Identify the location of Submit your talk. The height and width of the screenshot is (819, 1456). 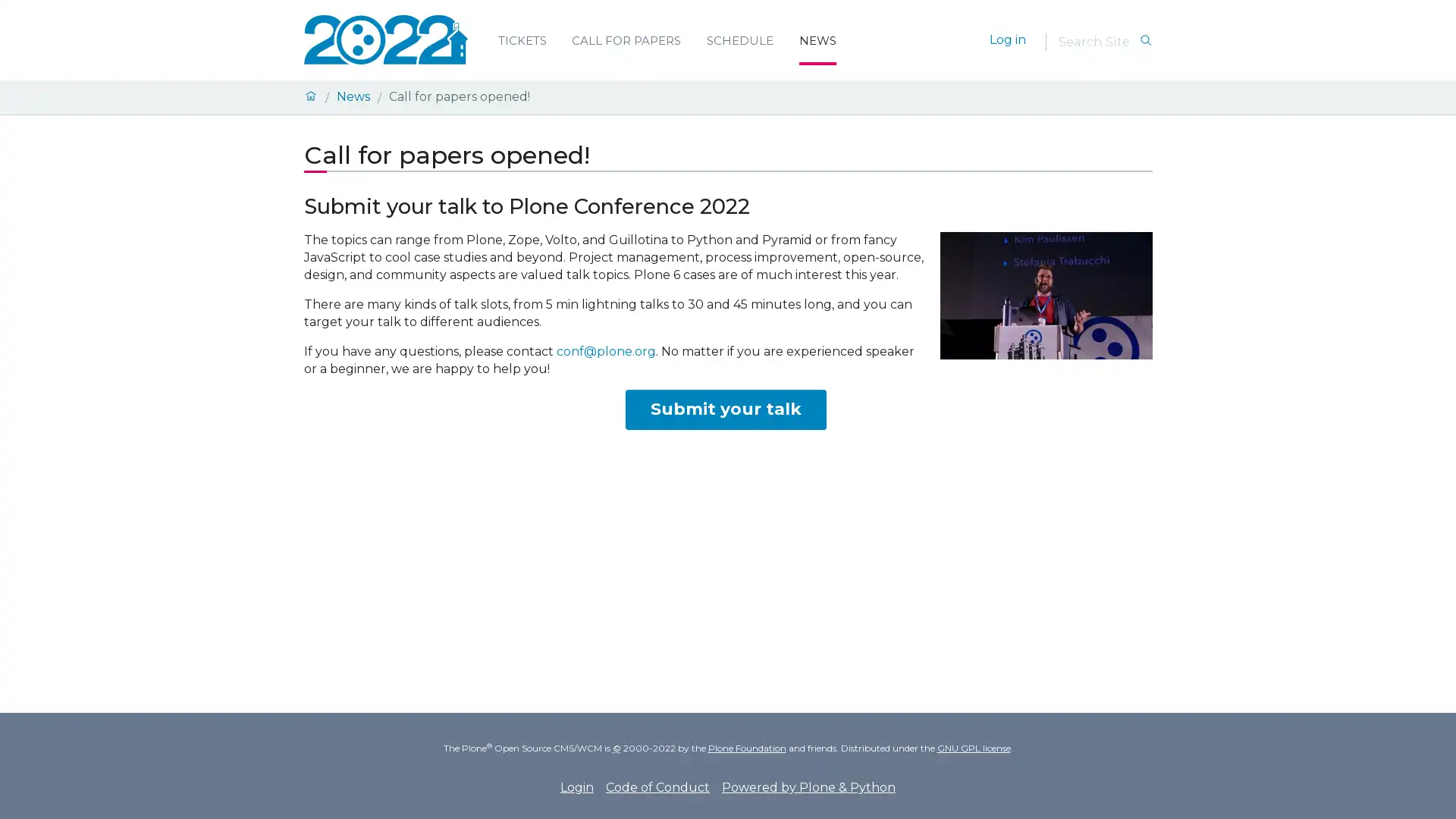
(724, 409).